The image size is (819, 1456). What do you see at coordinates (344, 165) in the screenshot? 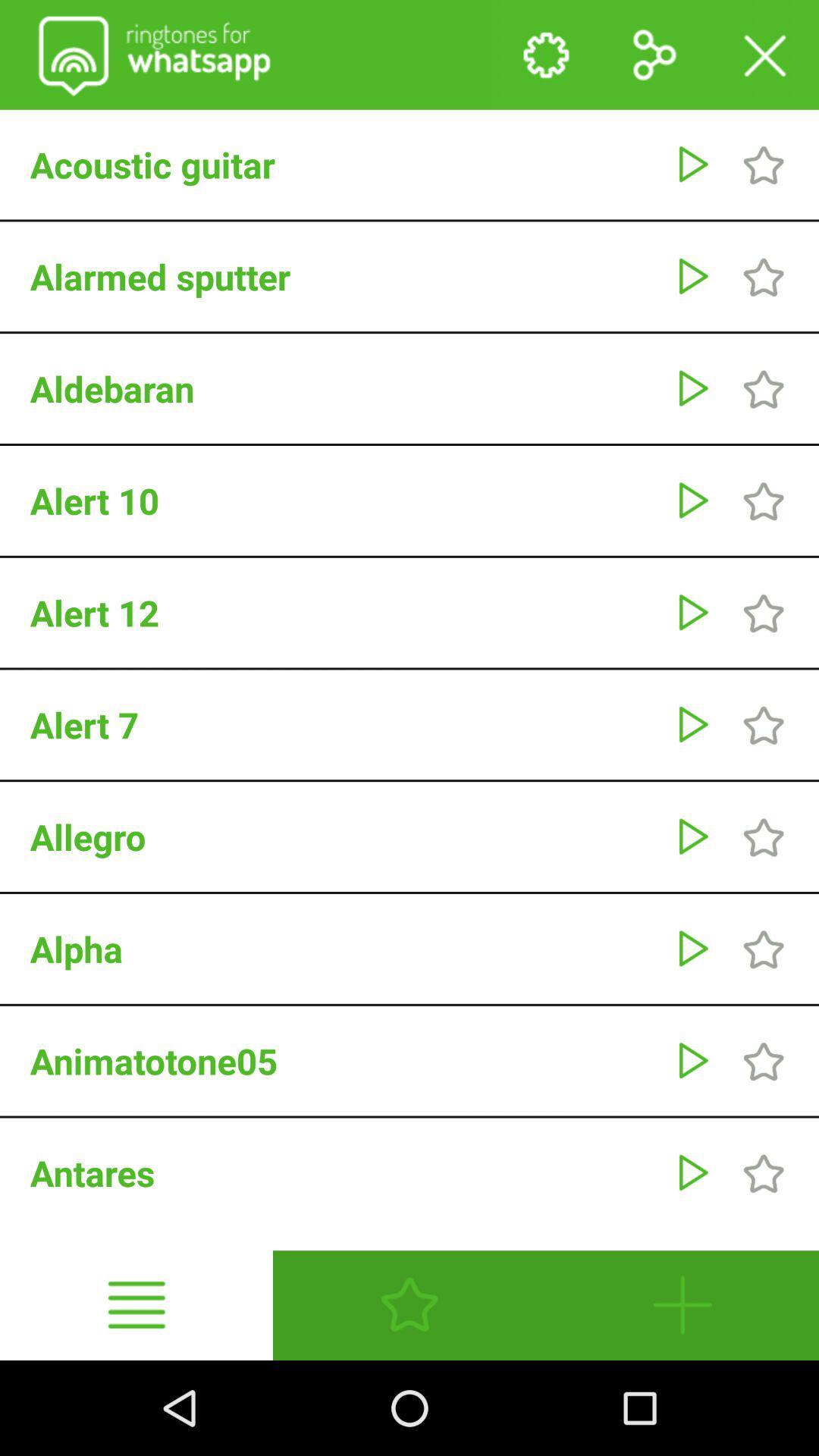
I see `the acoustic guitar app` at bounding box center [344, 165].